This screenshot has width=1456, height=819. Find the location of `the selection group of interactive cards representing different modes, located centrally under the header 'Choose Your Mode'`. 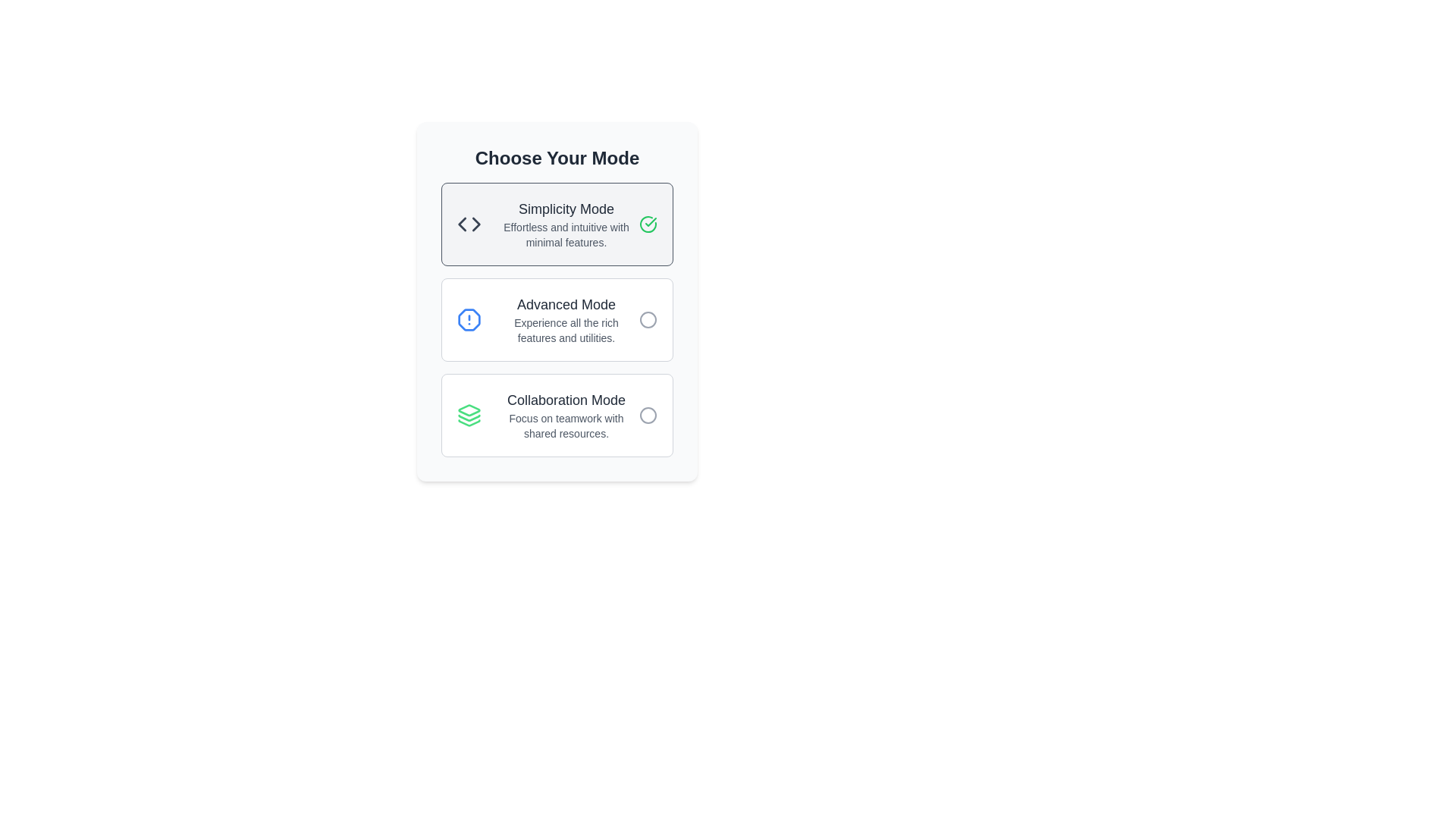

the selection group of interactive cards representing different modes, located centrally under the header 'Choose Your Mode' is located at coordinates (556, 318).